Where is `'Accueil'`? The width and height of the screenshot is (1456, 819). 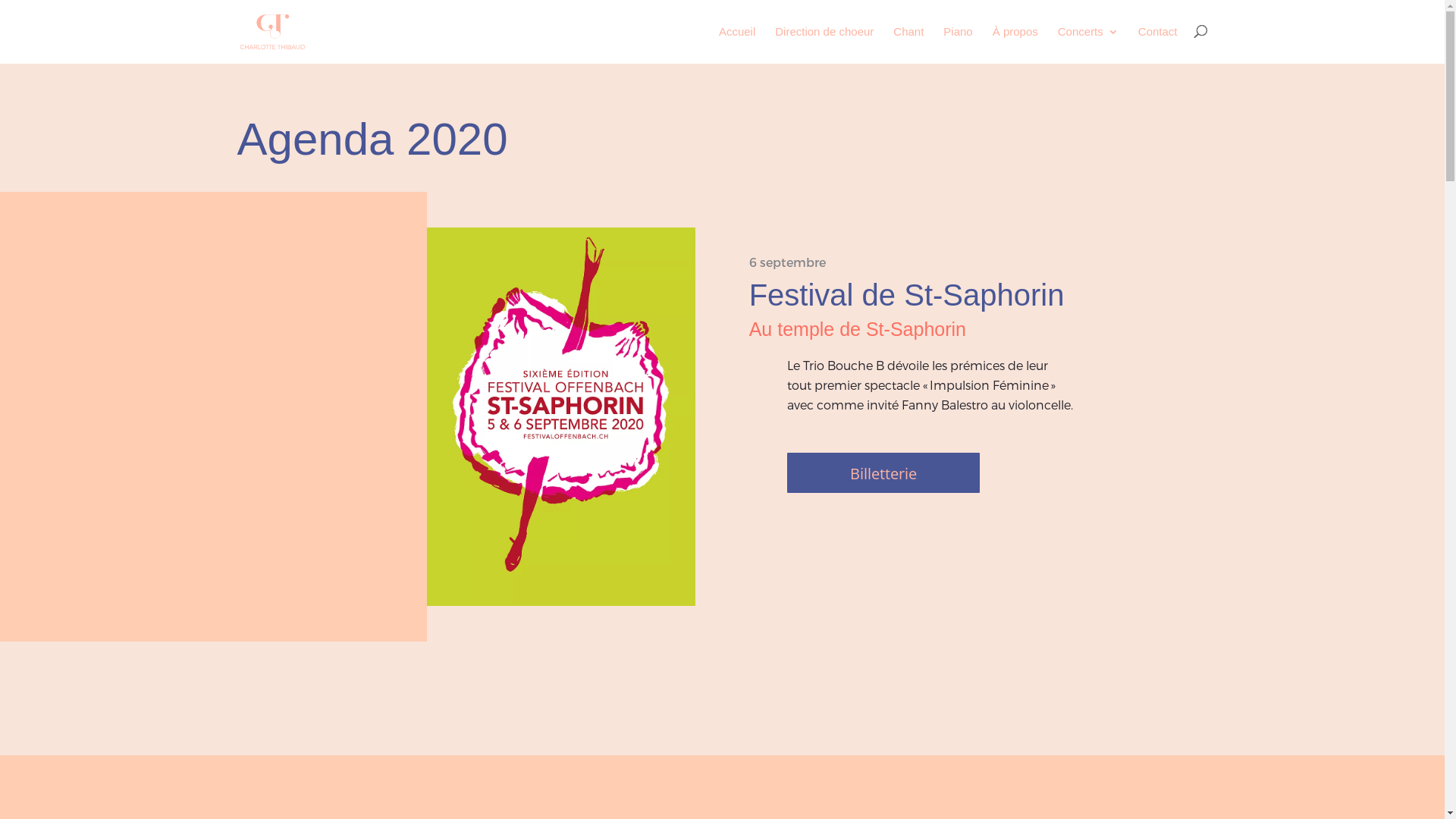 'Accueil' is located at coordinates (737, 43).